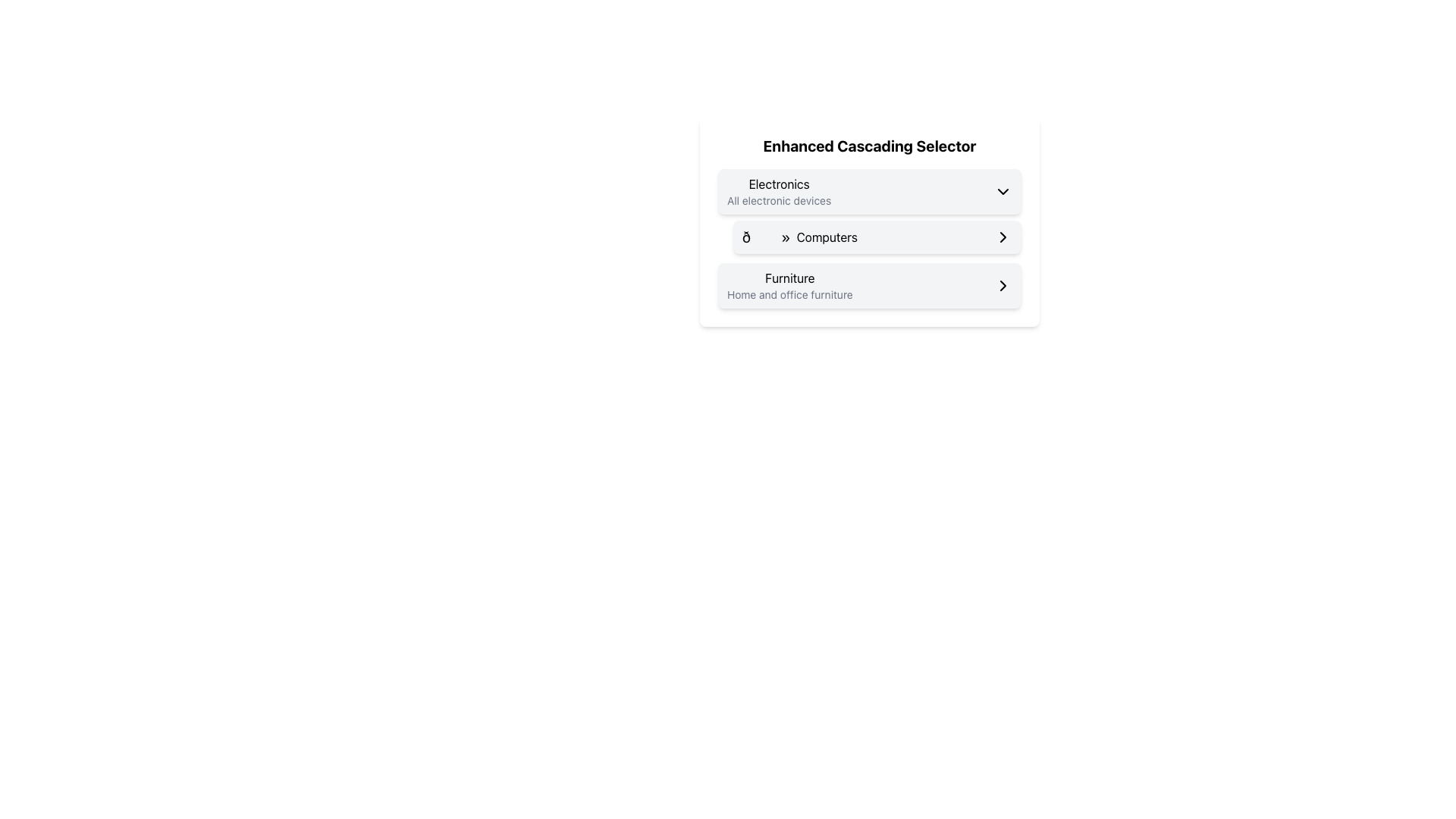 The image size is (1456, 819). Describe the element at coordinates (789, 286) in the screenshot. I see `the Text Label which displays 'Furniture' and 'Home and office furniture' in the specified fonts and colors` at that location.